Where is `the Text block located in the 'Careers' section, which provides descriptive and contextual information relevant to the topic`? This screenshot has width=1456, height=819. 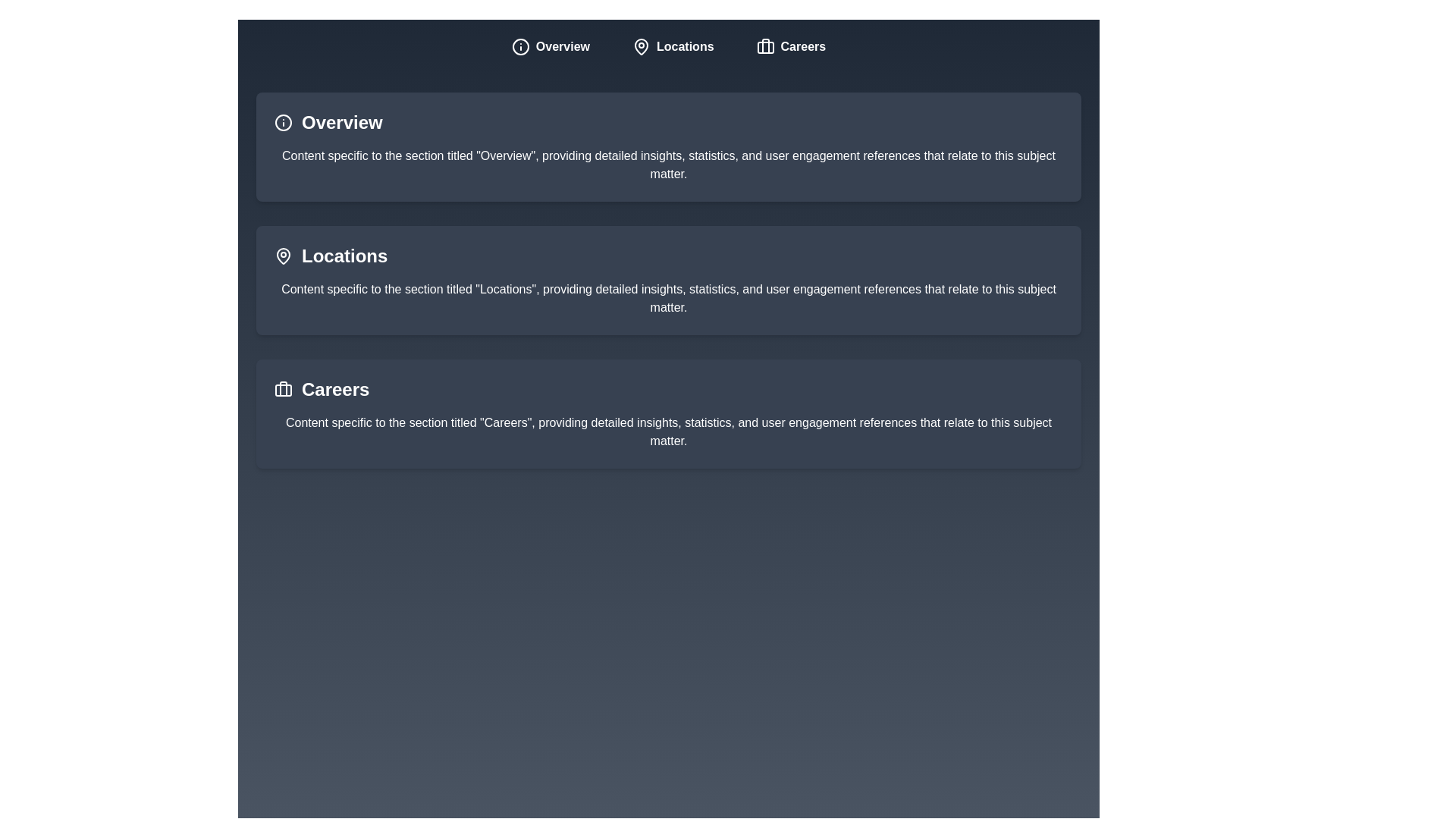
the Text block located in the 'Careers' section, which provides descriptive and contextual information relevant to the topic is located at coordinates (668, 432).